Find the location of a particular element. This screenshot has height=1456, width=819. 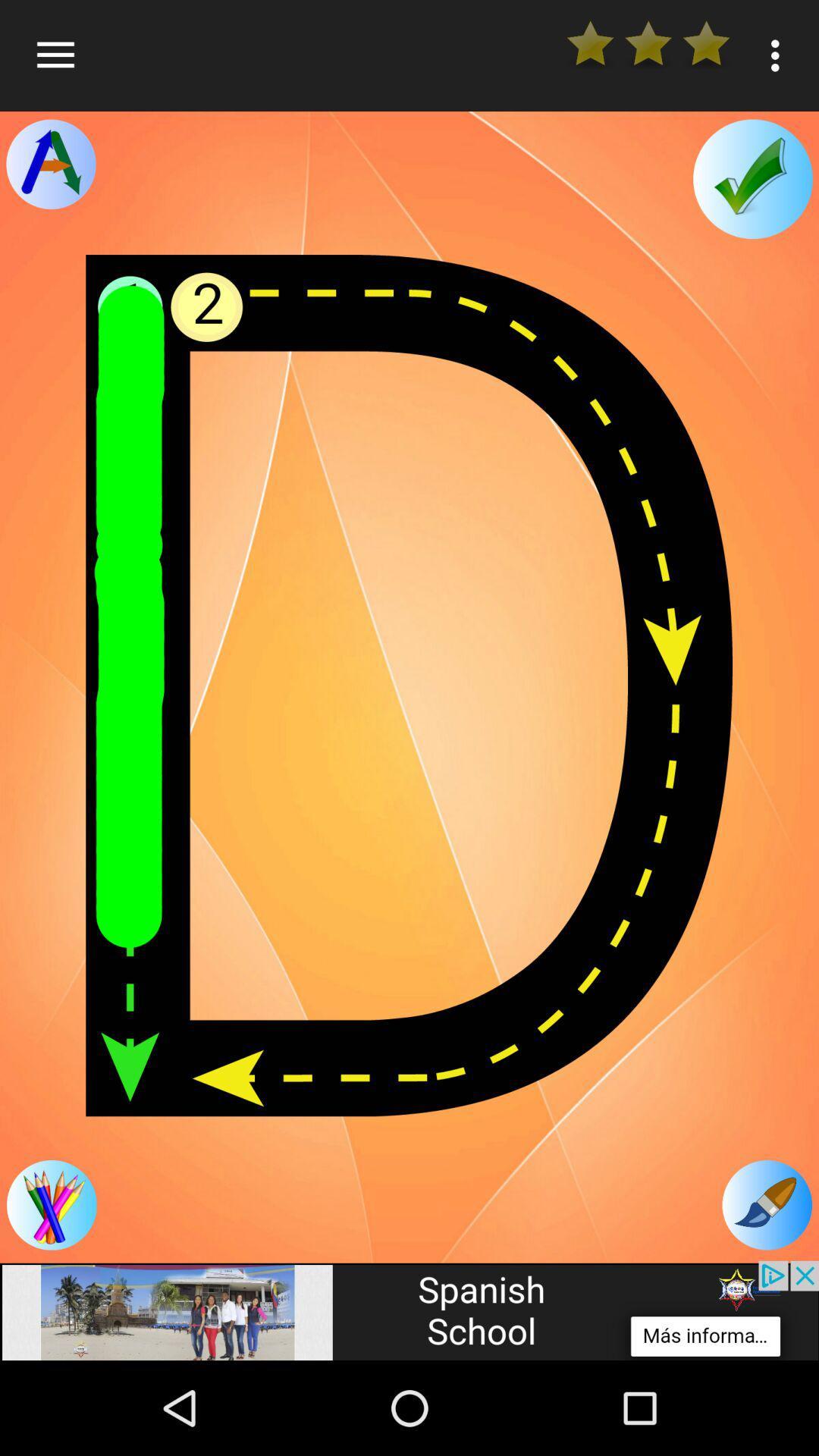

check work is located at coordinates (752, 179).